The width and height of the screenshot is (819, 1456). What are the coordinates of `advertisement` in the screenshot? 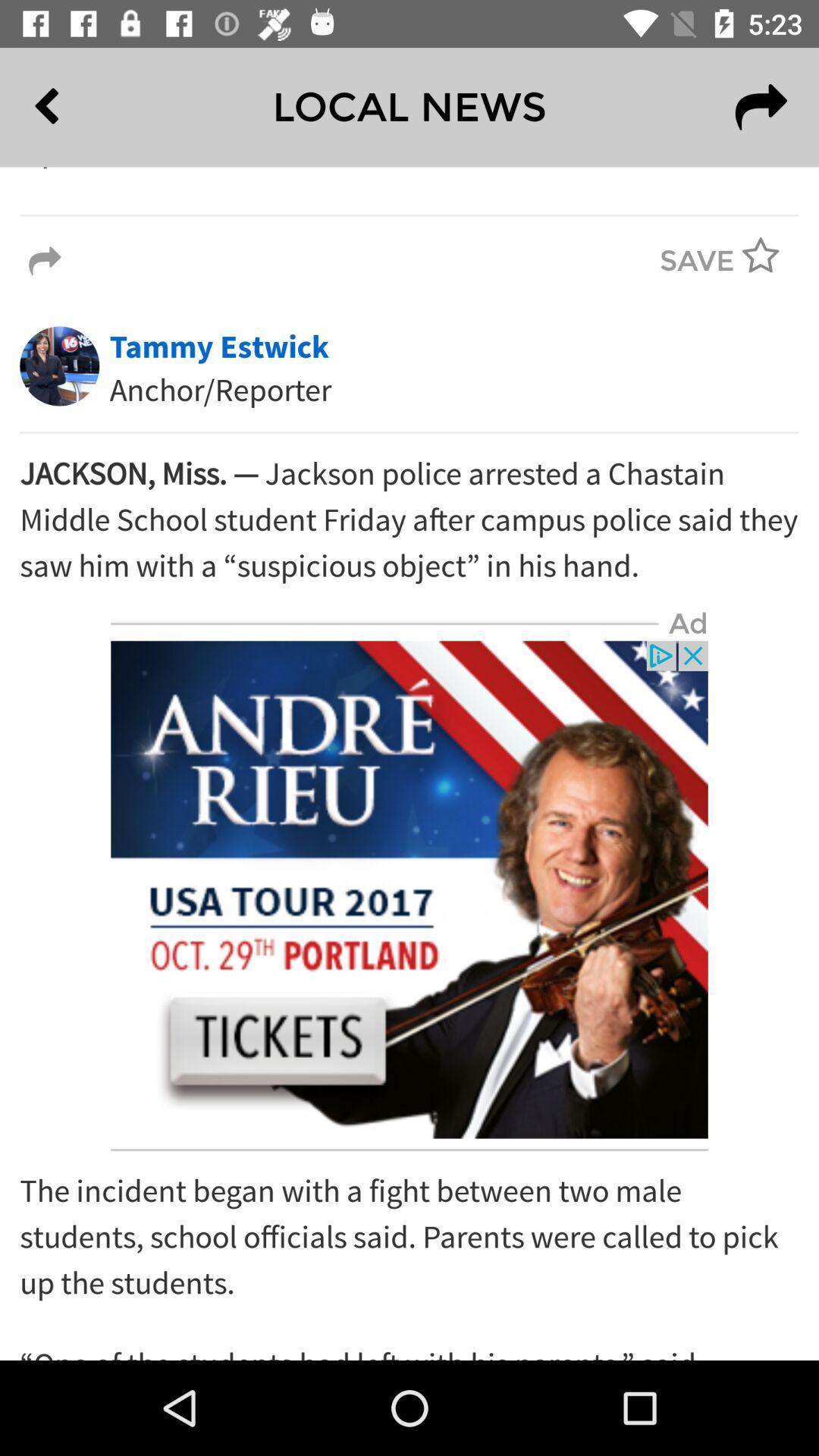 It's located at (409, 890).